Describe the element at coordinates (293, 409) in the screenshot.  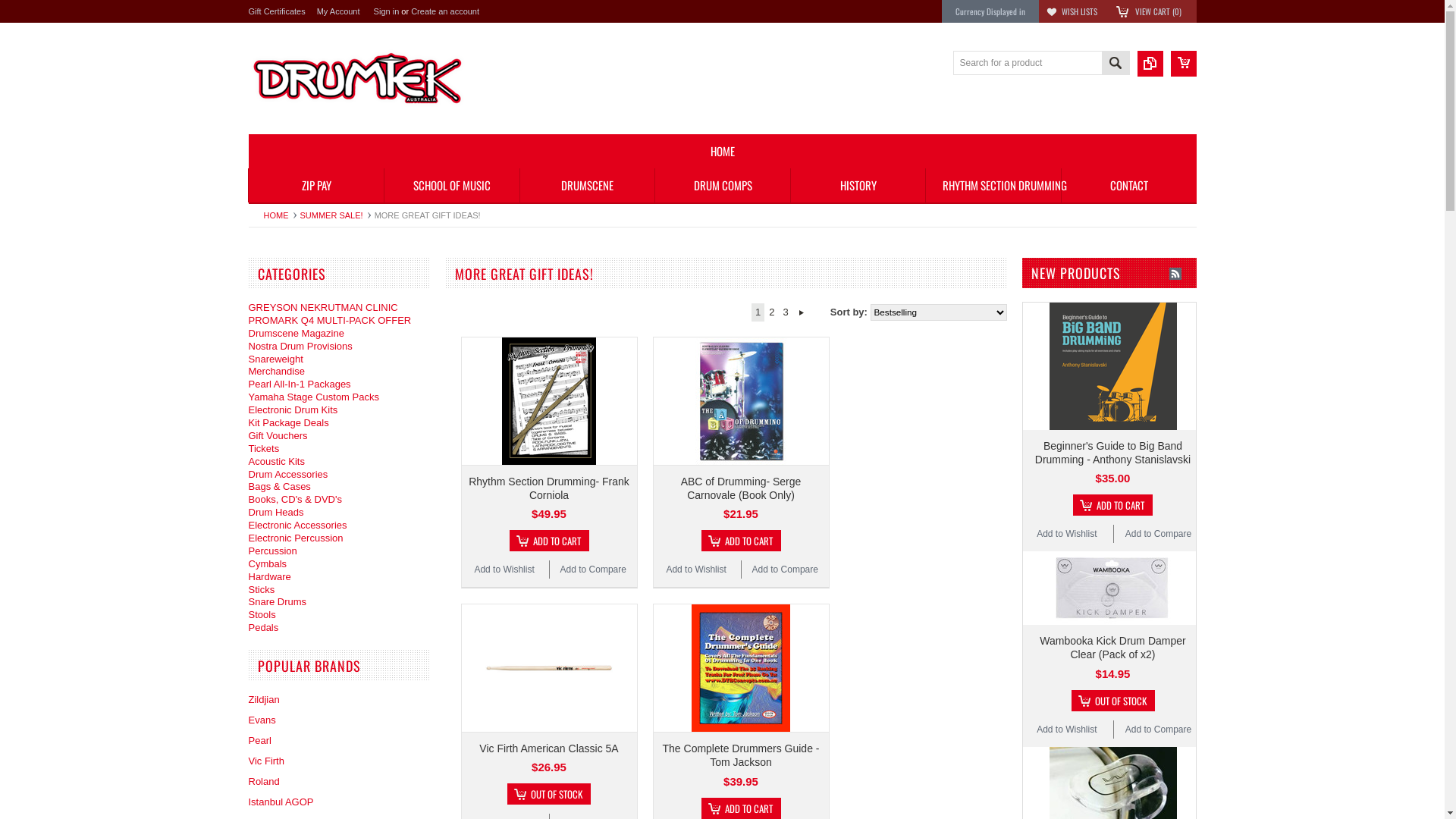
I see `'Electronic Drum Kits'` at that location.